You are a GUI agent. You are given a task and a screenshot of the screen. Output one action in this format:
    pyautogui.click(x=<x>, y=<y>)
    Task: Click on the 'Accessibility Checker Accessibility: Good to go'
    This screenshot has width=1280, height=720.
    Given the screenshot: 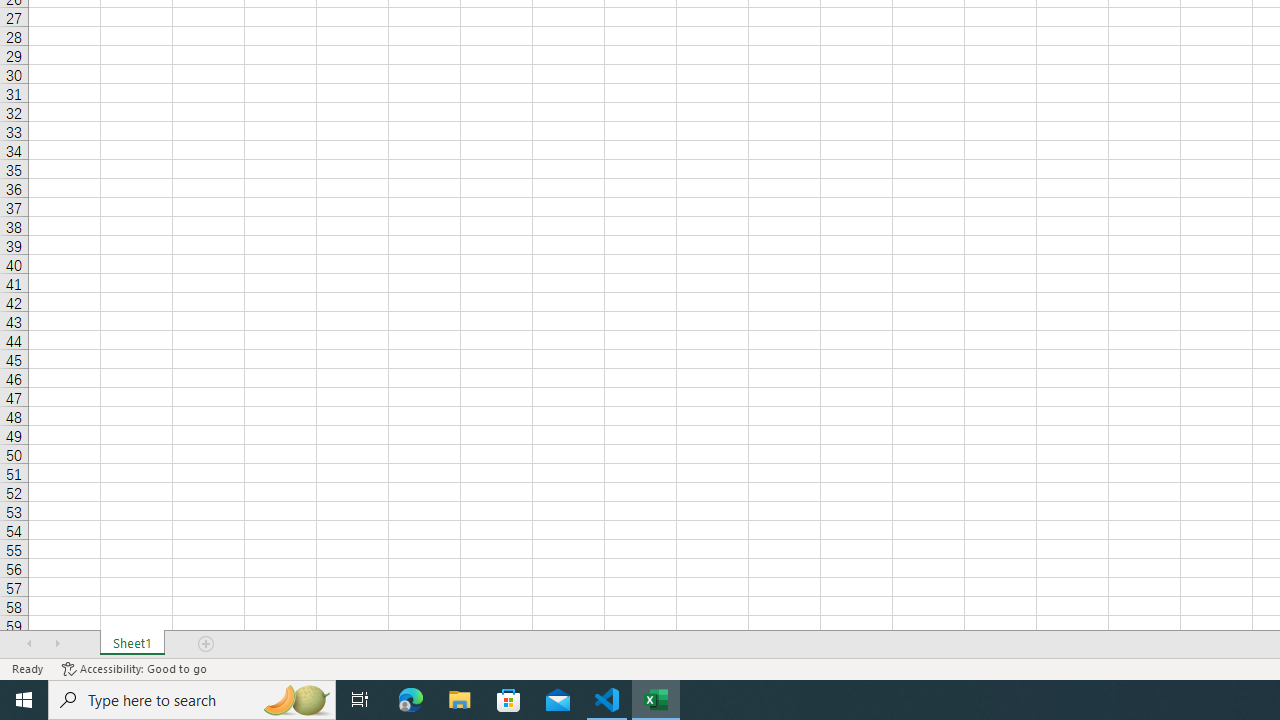 What is the action you would take?
    pyautogui.click(x=133, y=669)
    